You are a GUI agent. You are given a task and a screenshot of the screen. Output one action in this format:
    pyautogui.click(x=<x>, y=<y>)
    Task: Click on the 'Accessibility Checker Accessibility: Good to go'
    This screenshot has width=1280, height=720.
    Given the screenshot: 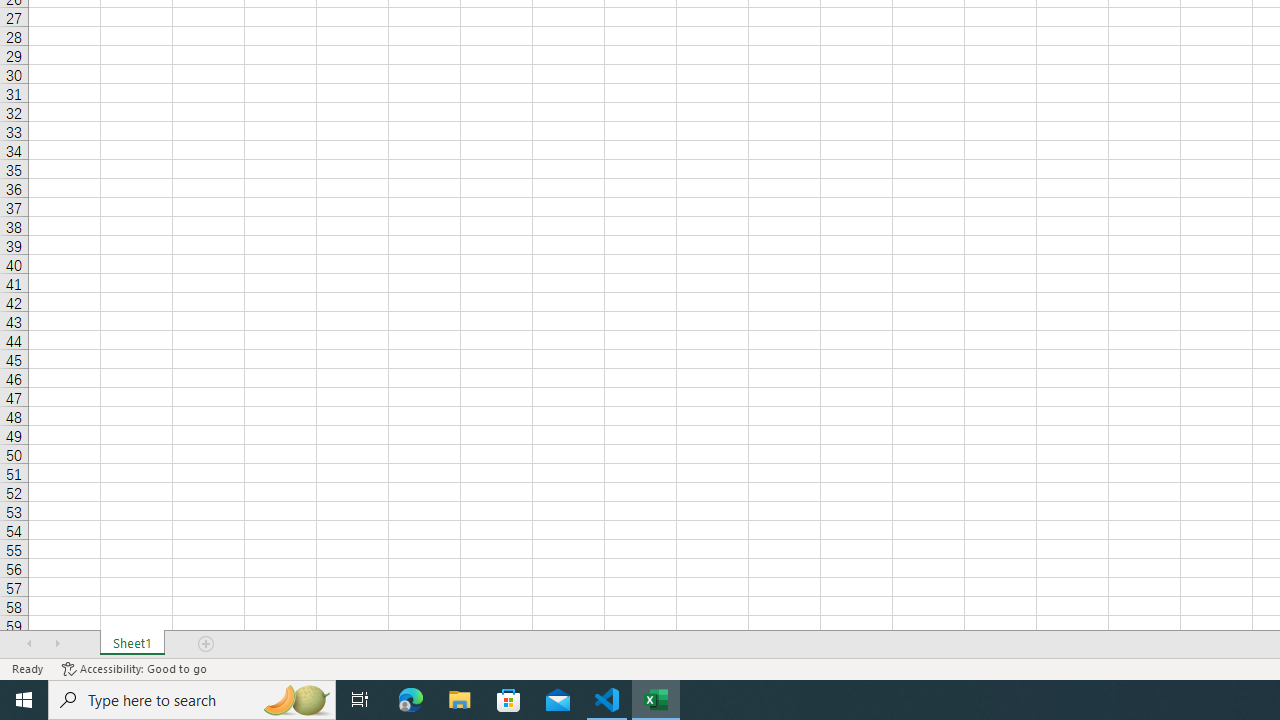 What is the action you would take?
    pyautogui.click(x=133, y=669)
    